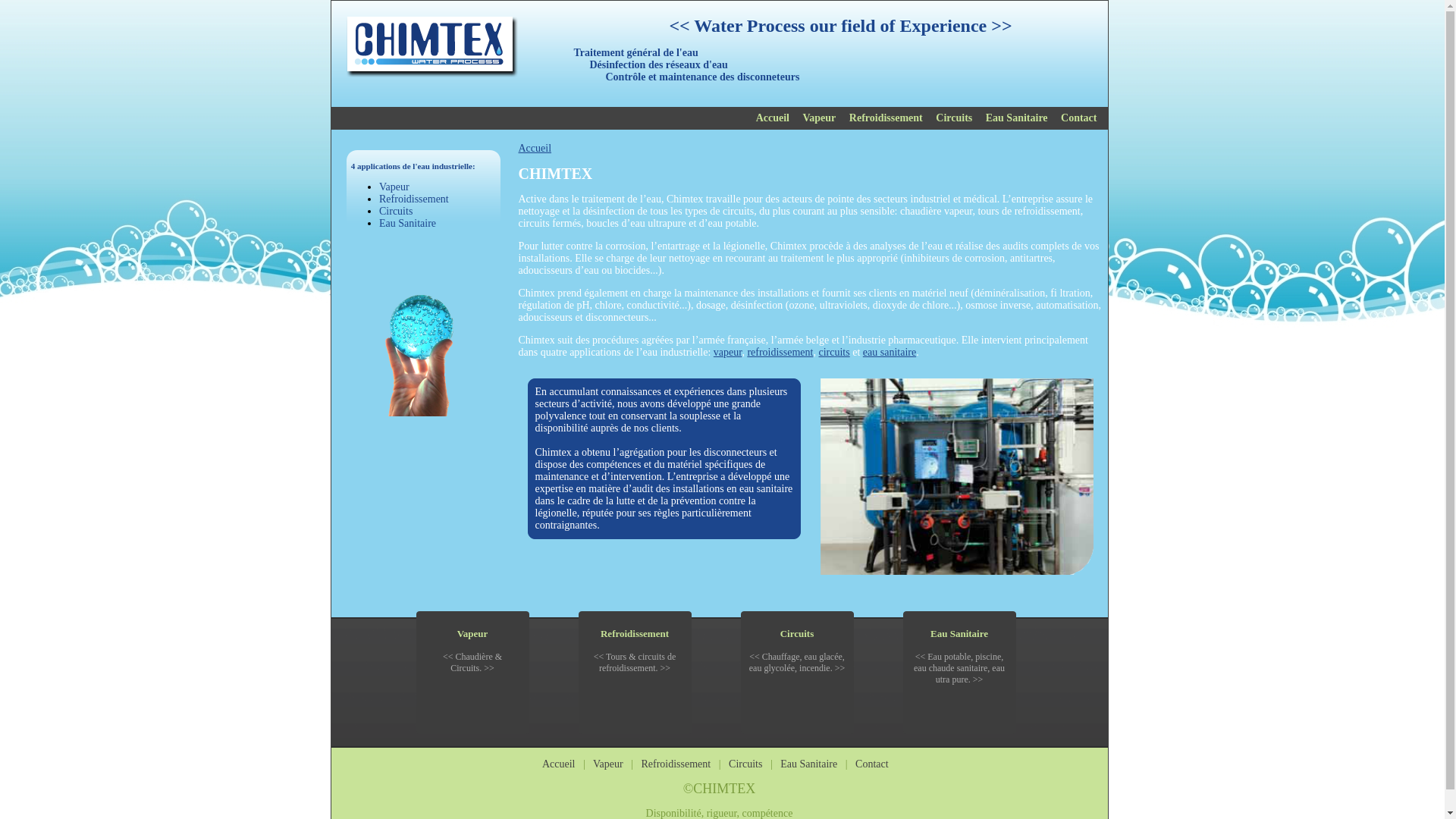 The width and height of the screenshot is (1456, 819). Describe the element at coordinates (728, 352) in the screenshot. I see `'vapeur'` at that location.